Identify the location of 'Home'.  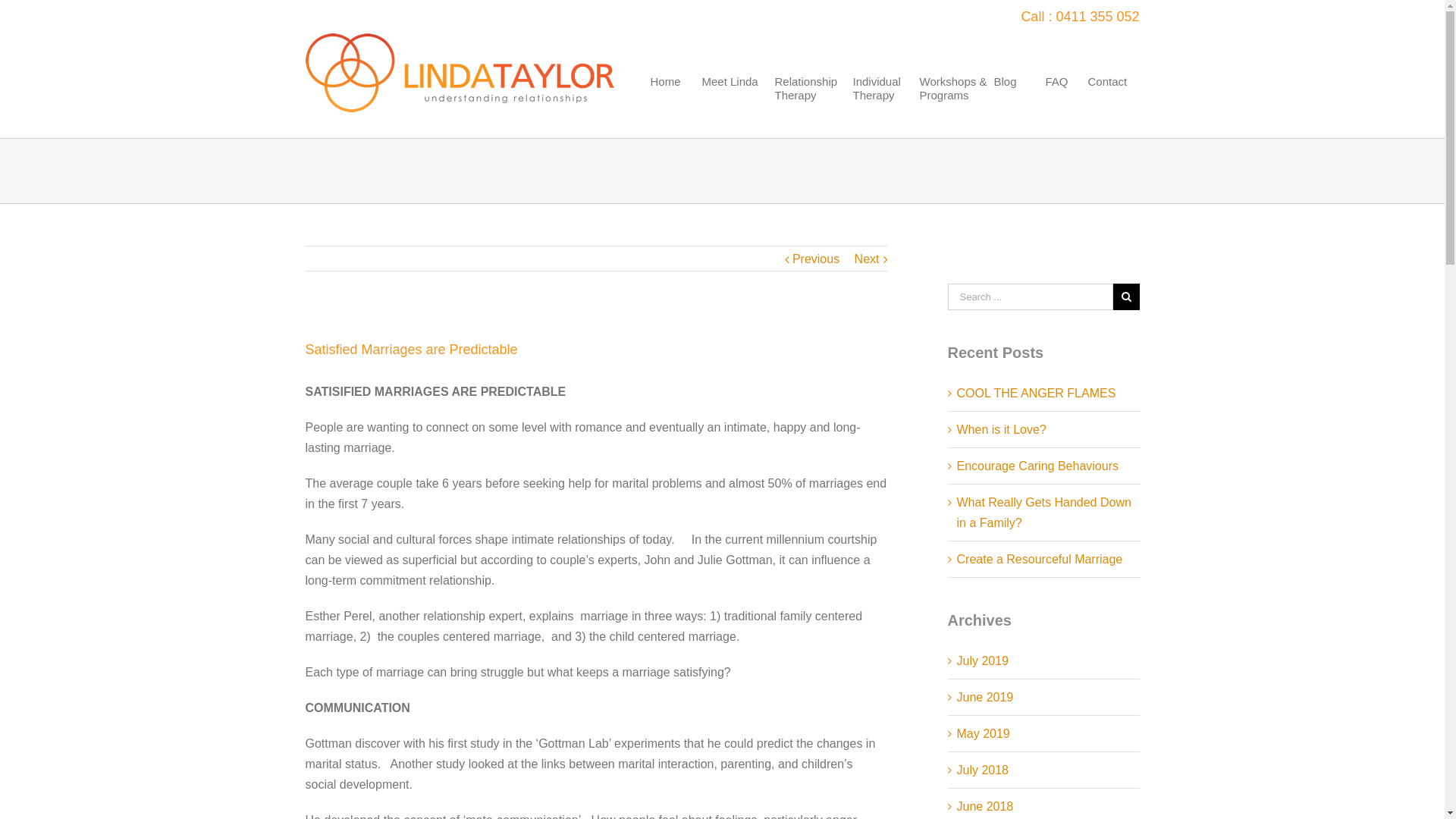
(673, 105).